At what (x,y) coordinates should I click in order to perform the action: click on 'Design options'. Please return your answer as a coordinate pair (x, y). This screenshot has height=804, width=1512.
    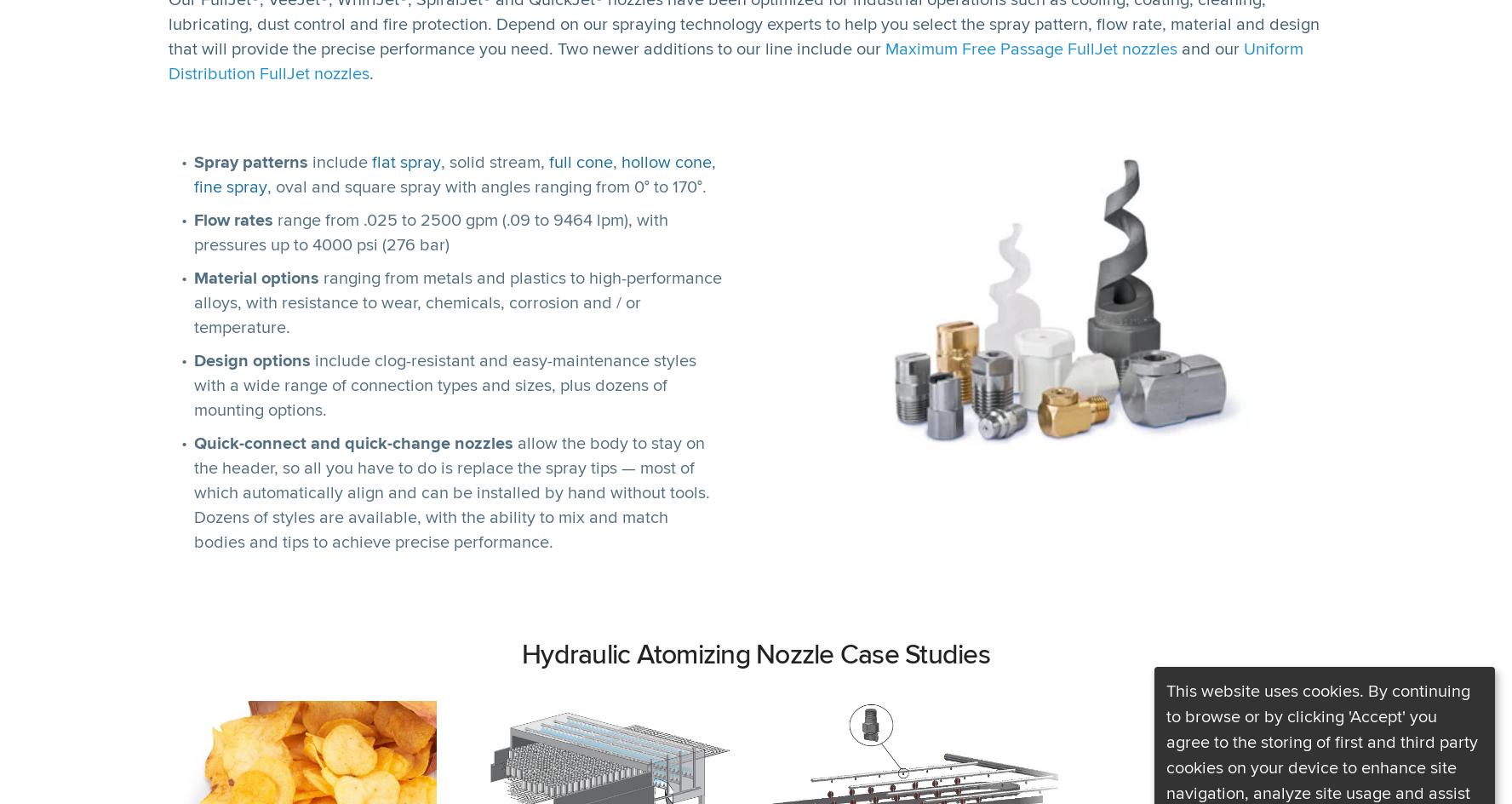
    Looking at the image, I should click on (252, 359).